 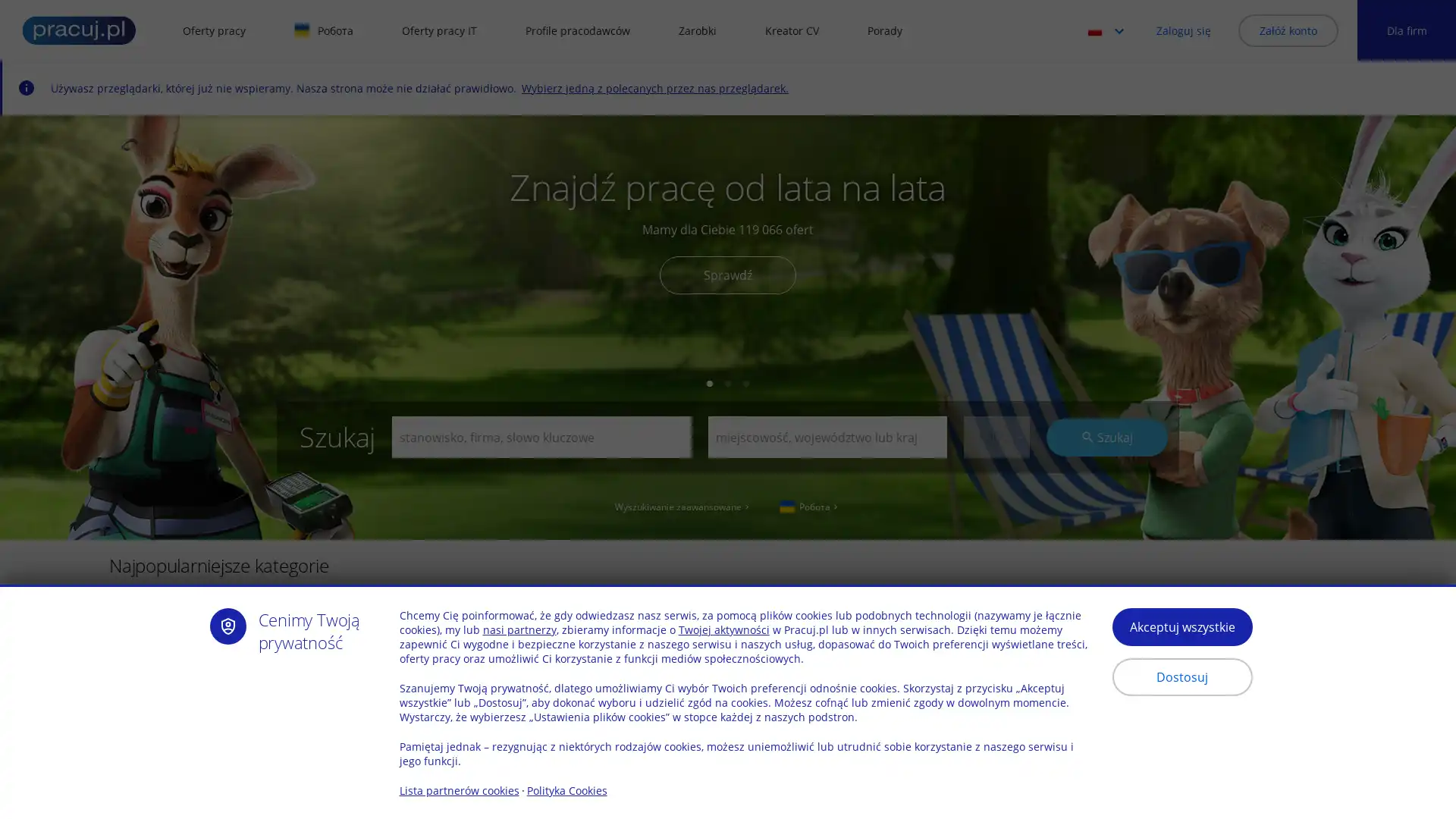 What do you see at coordinates (996, 742) in the screenshot?
I see `+ 100 km` at bounding box center [996, 742].